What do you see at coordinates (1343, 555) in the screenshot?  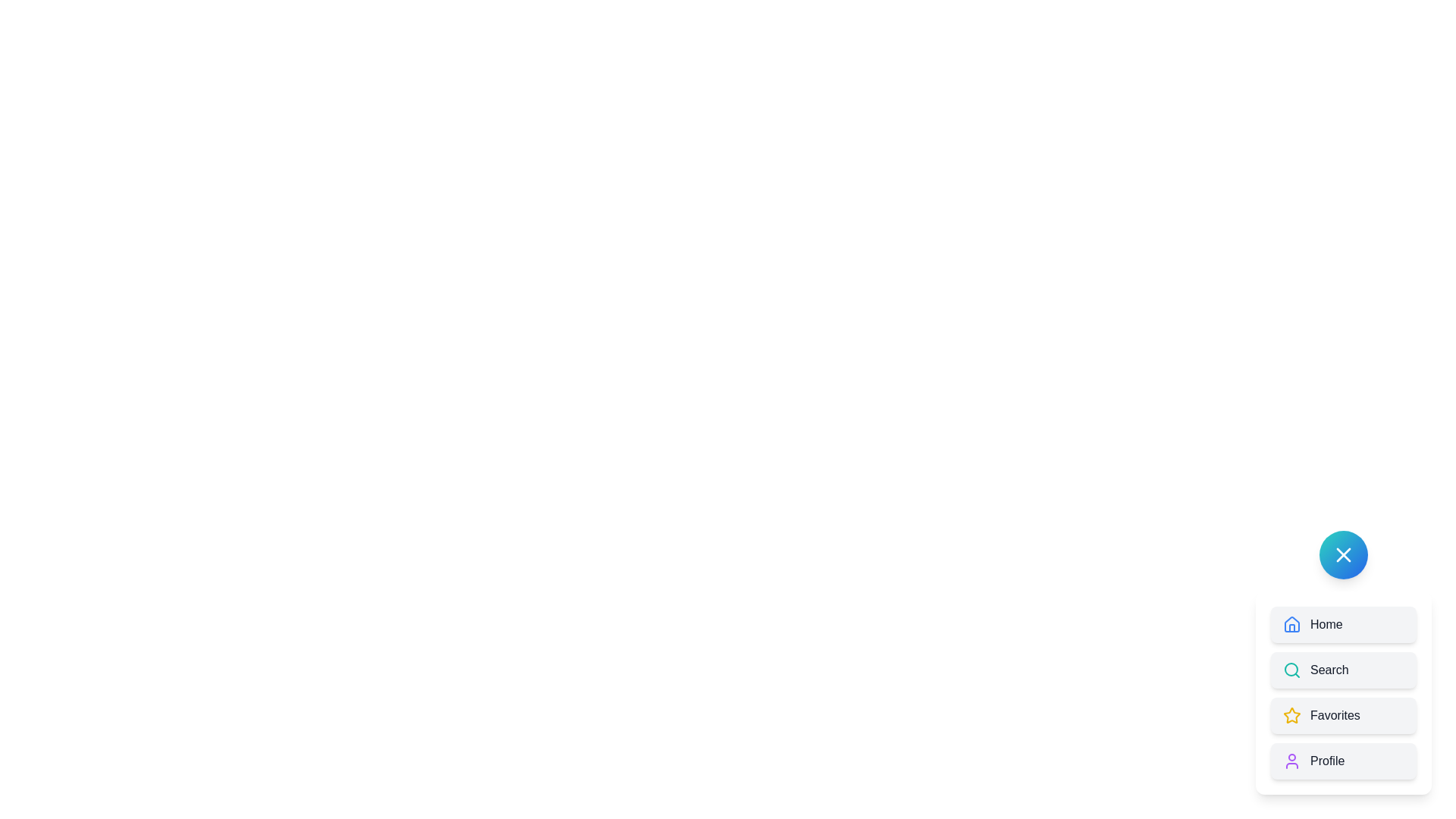 I see `the decorative icon at the center of the circular button located at the top of the vertical menu list, which indicates closure or cancellation functionality` at bounding box center [1343, 555].